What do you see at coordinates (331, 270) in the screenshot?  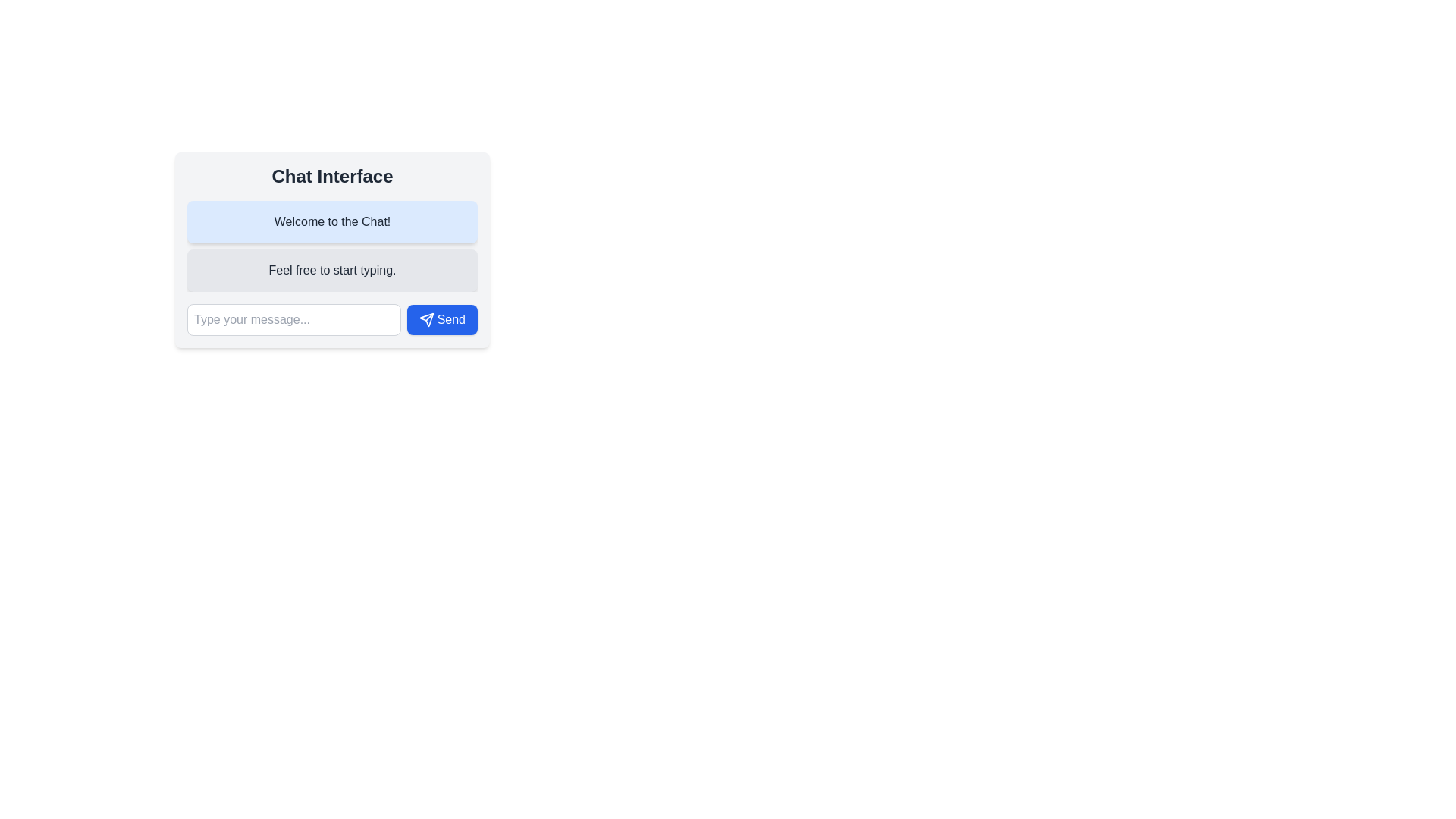 I see `guidance text block located below the 'Welcome to the Chat!' section and above the input area` at bounding box center [331, 270].